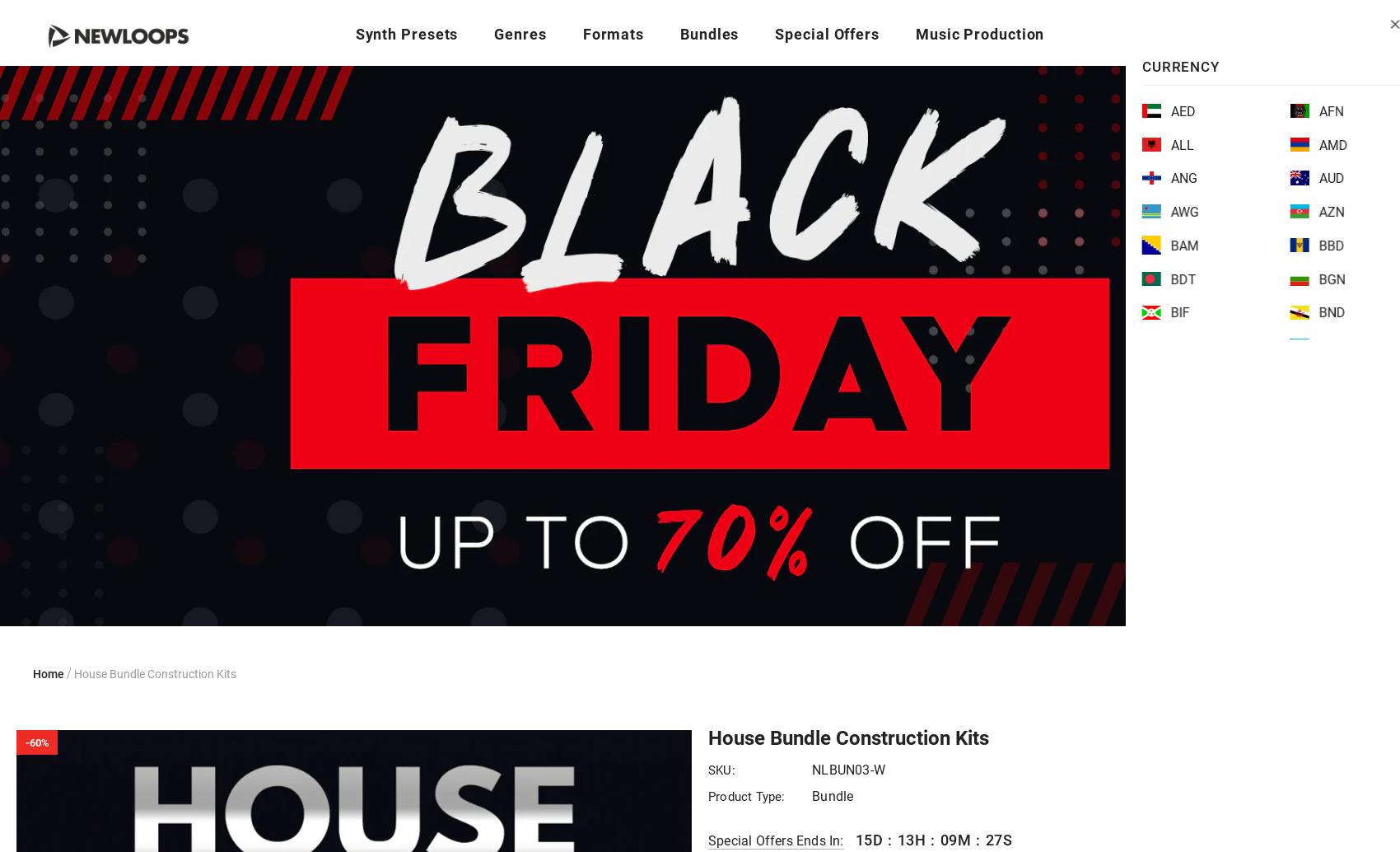  Describe the element at coordinates (847, 769) in the screenshot. I see `'NLBUN03-W'` at that location.